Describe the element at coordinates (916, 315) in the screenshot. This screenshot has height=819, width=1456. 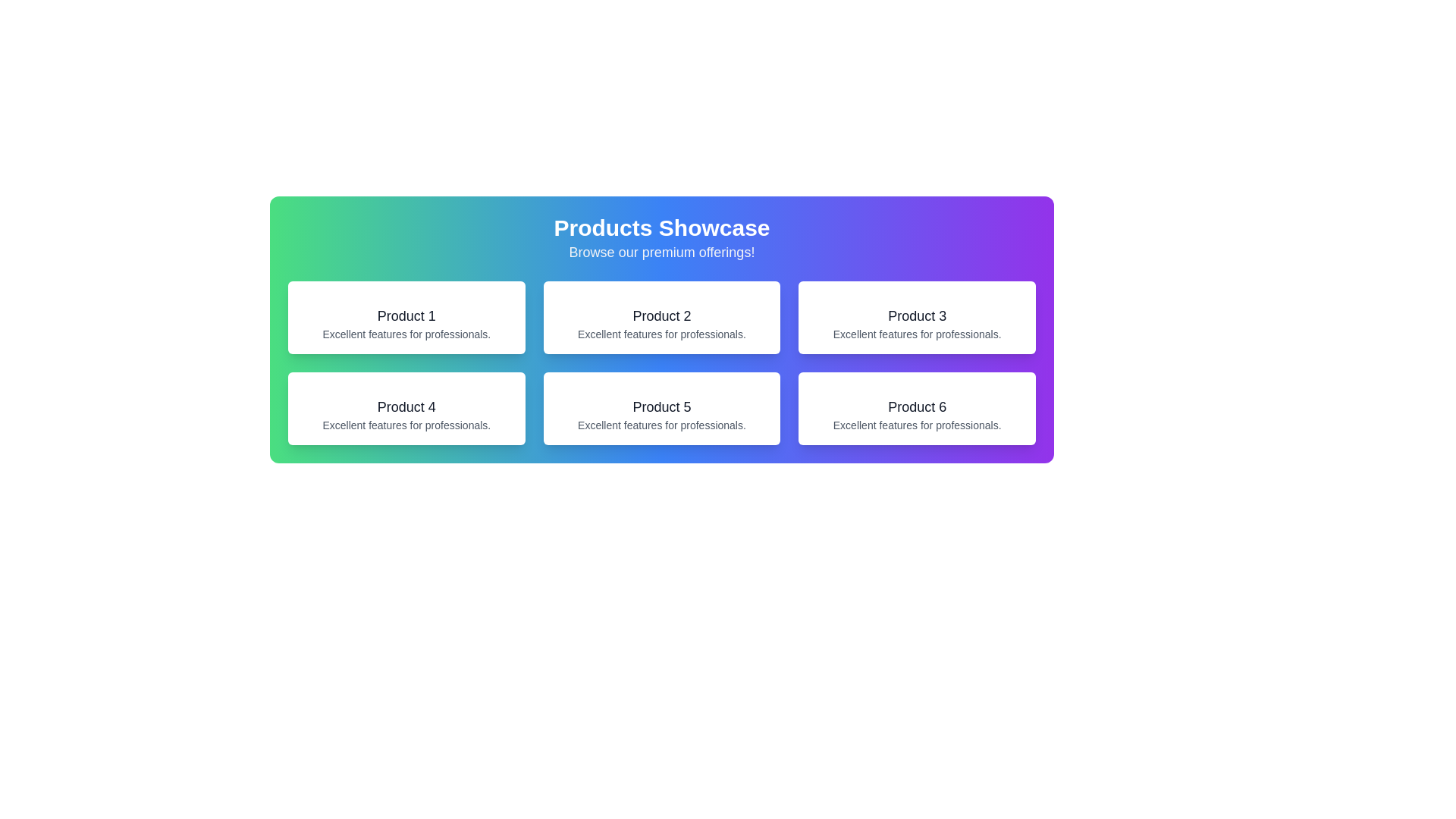
I see `the Text label displaying the product name, which is the third item from the left in the top row of the grid layout, located below 'Products Showcase' and above the descriptive text 'Excellent features for professionals.'` at that location.